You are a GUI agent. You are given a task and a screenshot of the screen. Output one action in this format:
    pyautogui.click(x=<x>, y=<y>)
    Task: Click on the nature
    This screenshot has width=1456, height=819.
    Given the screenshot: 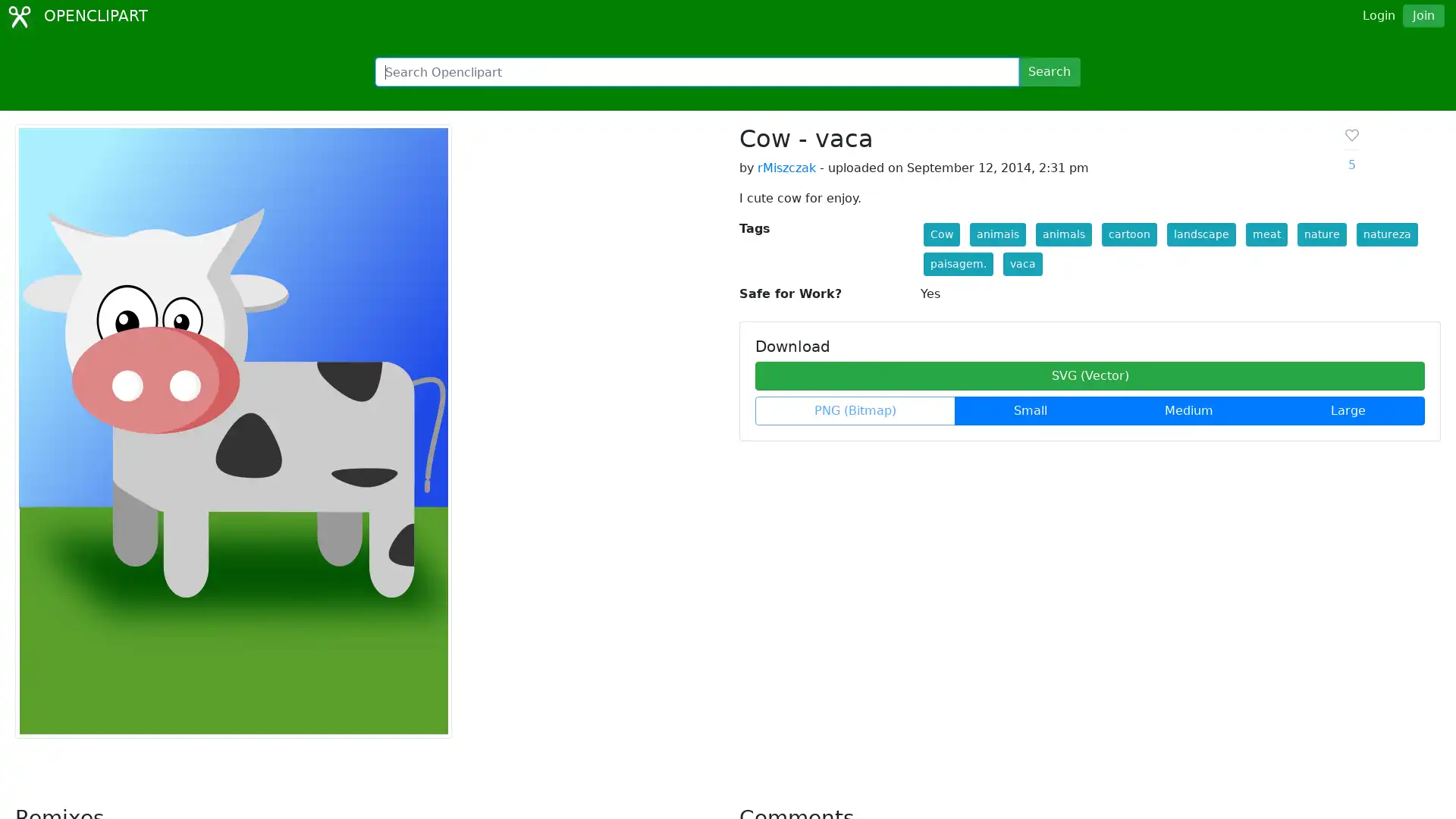 What is the action you would take?
    pyautogui.click(x=1320, y=234)
    